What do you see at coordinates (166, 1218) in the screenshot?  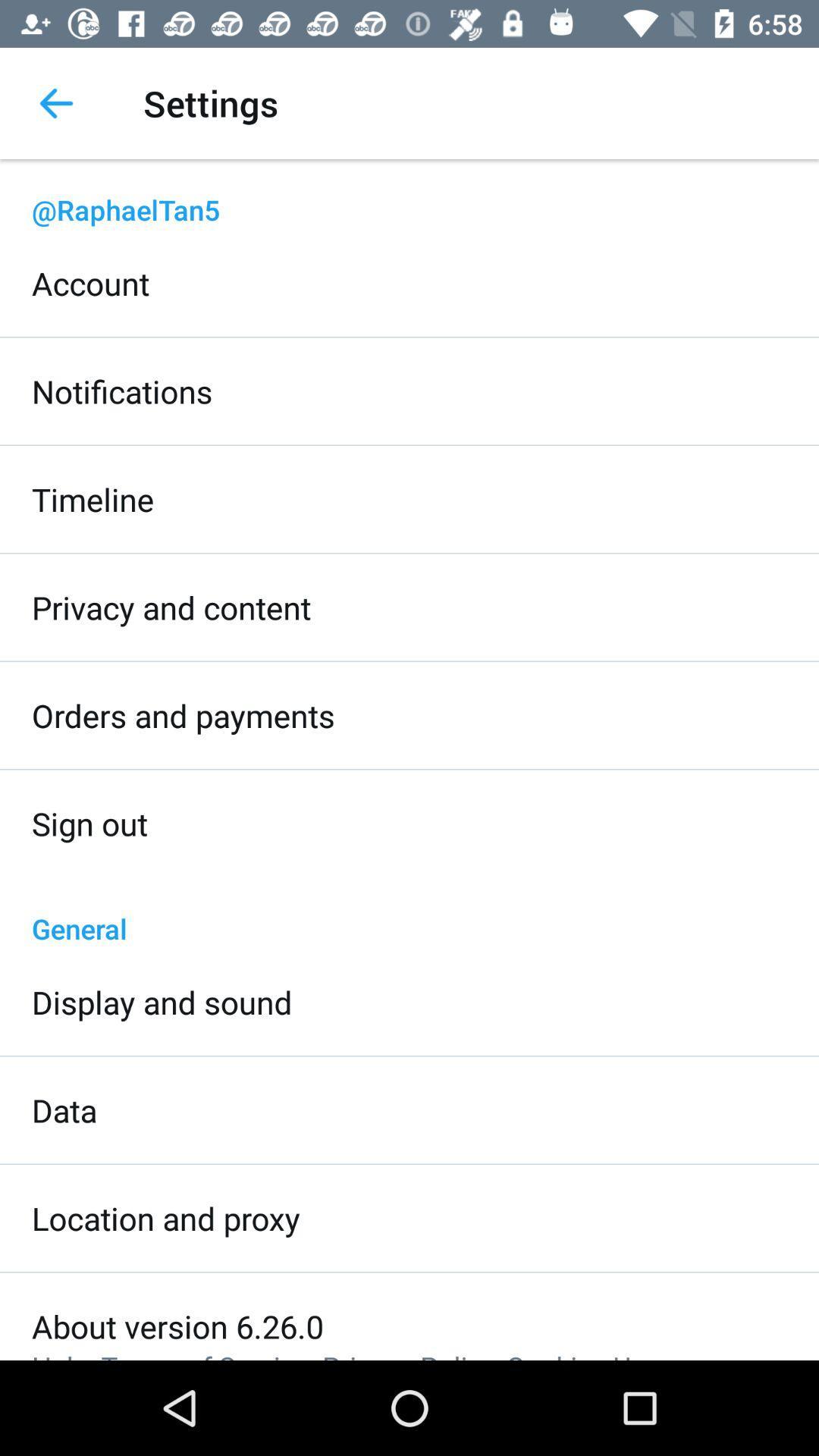 I see `the icon below the data` at bounding box center [166, 1218].